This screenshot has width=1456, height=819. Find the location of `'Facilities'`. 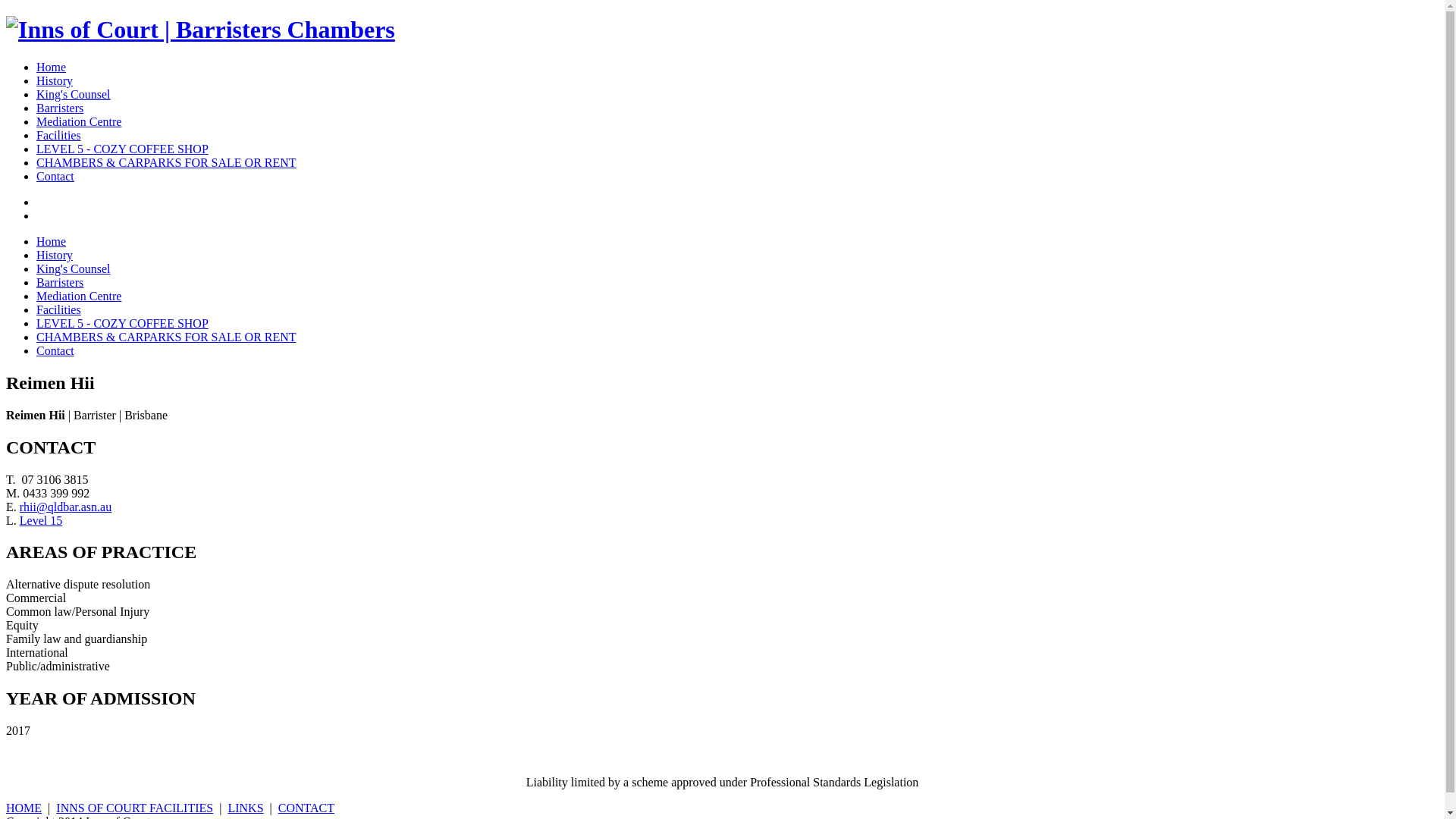

'Facilities' is located at coordinates (58, 309).